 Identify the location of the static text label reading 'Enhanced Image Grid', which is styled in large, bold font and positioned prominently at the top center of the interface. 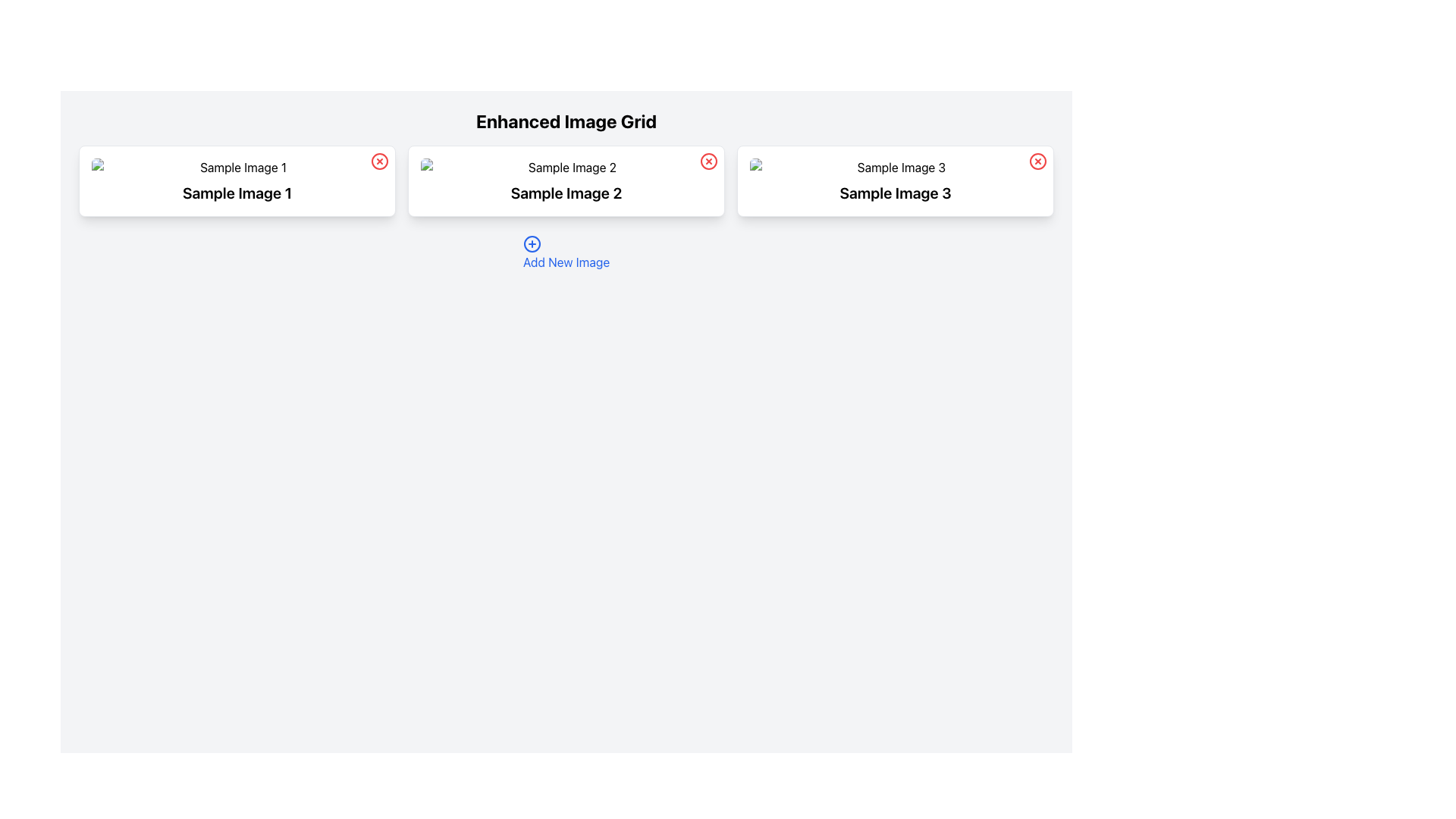
(566, 120).